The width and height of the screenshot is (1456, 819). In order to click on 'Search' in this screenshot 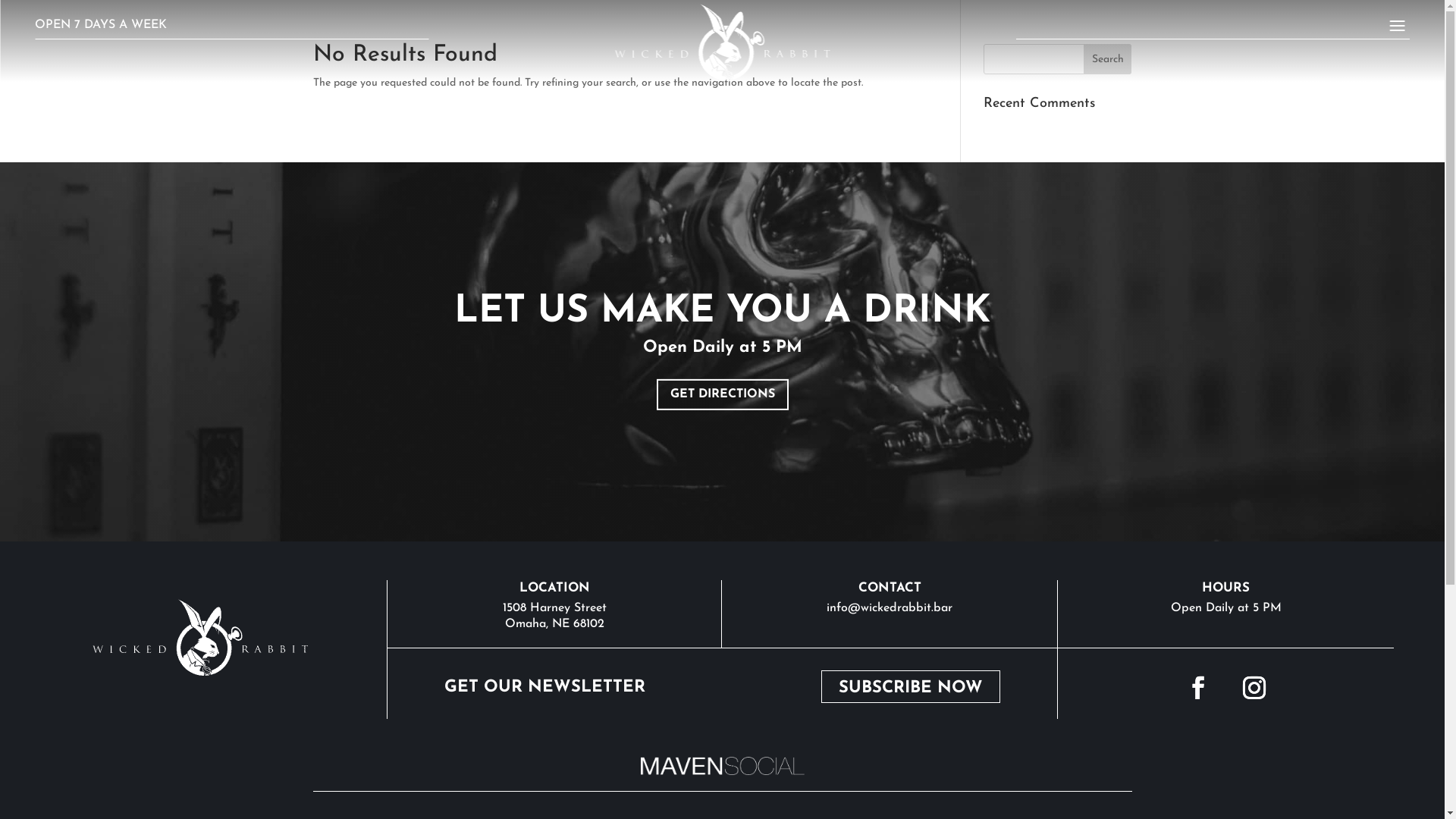, I will do `click(1083, 58)`.